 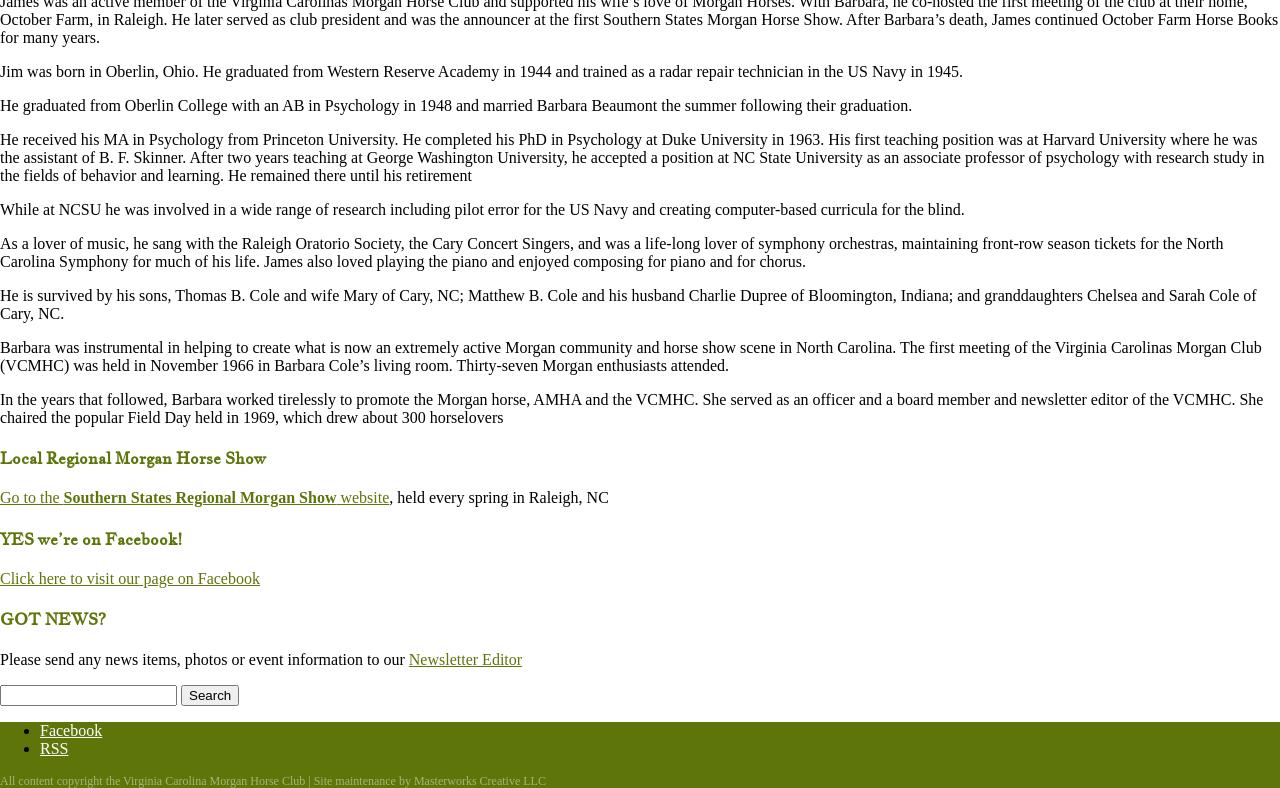 What do you see at coordinates (54, 747) in the screenshot?
I see `'RSS'` at bounding box center [54, 747].